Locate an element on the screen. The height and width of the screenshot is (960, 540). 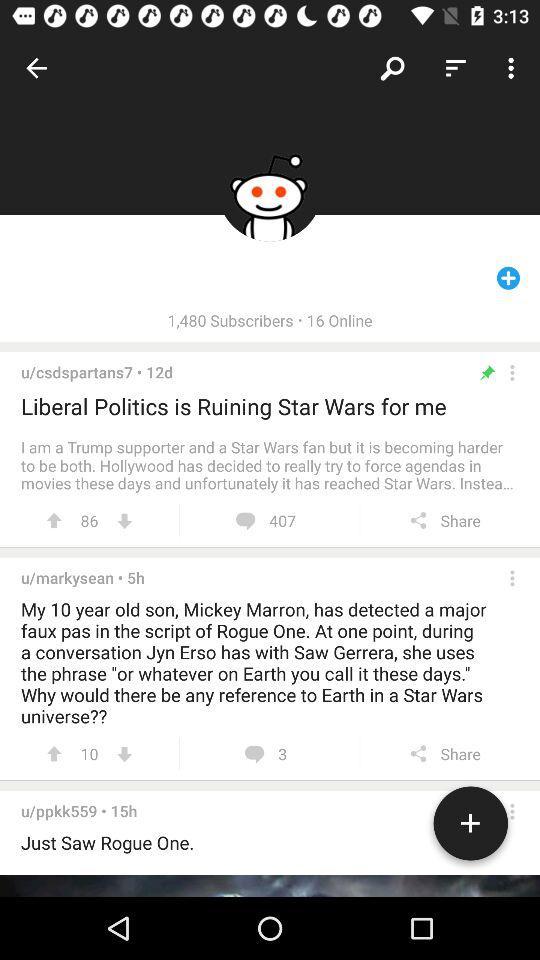
downvote is located at coordinates (124, 519).